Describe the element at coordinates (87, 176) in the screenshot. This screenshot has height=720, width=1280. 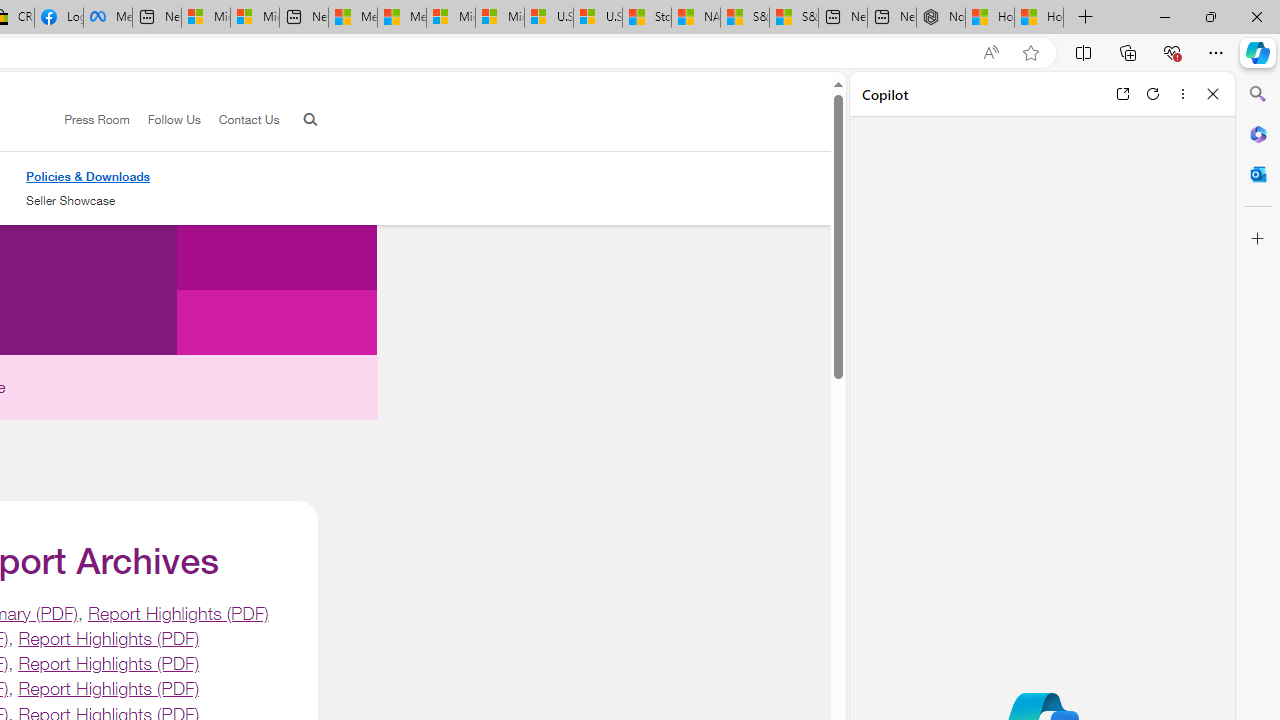
I see `'Policies & Downloads'` at that location.